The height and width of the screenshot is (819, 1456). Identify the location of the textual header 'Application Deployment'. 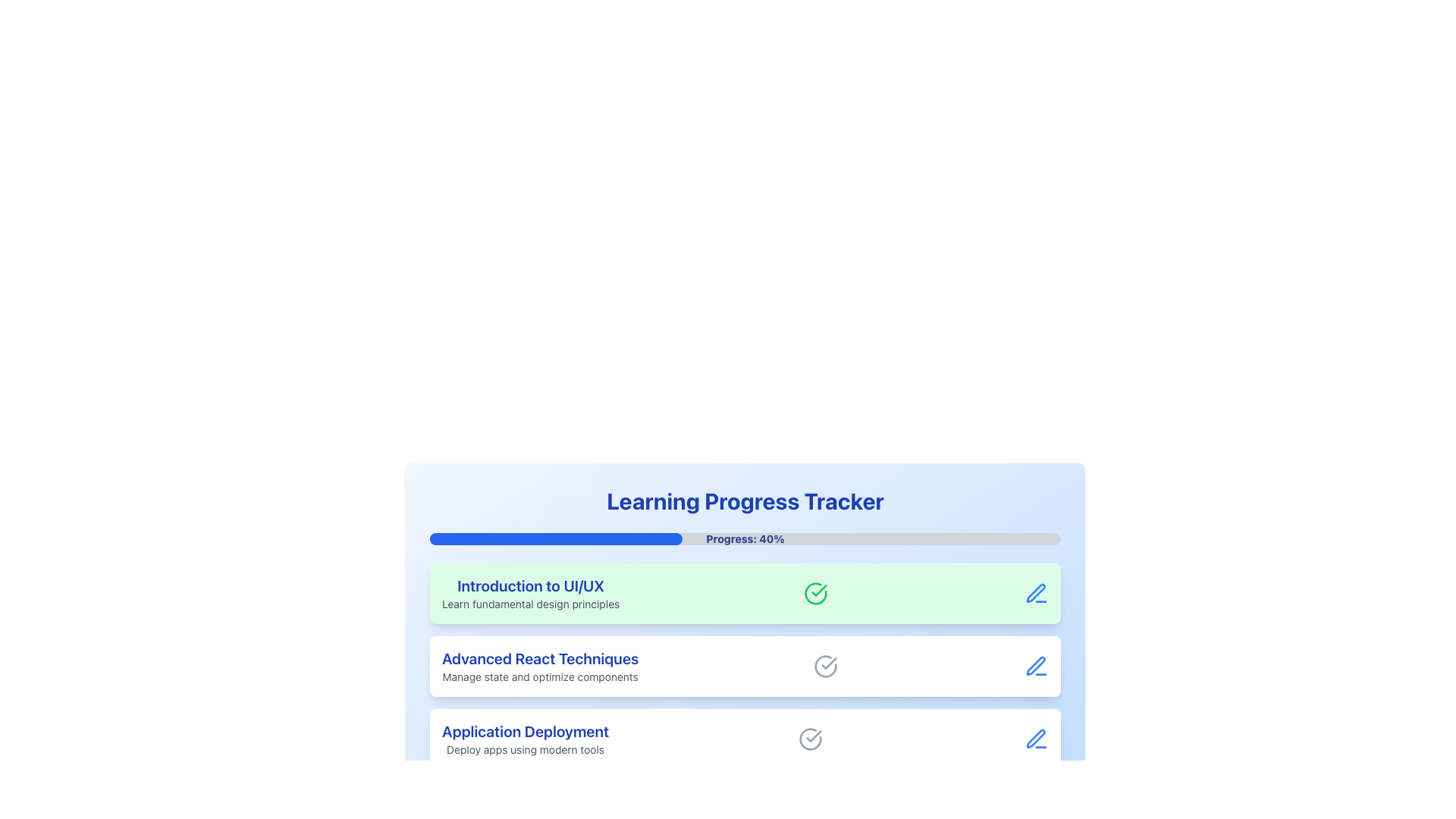
(526, 730).